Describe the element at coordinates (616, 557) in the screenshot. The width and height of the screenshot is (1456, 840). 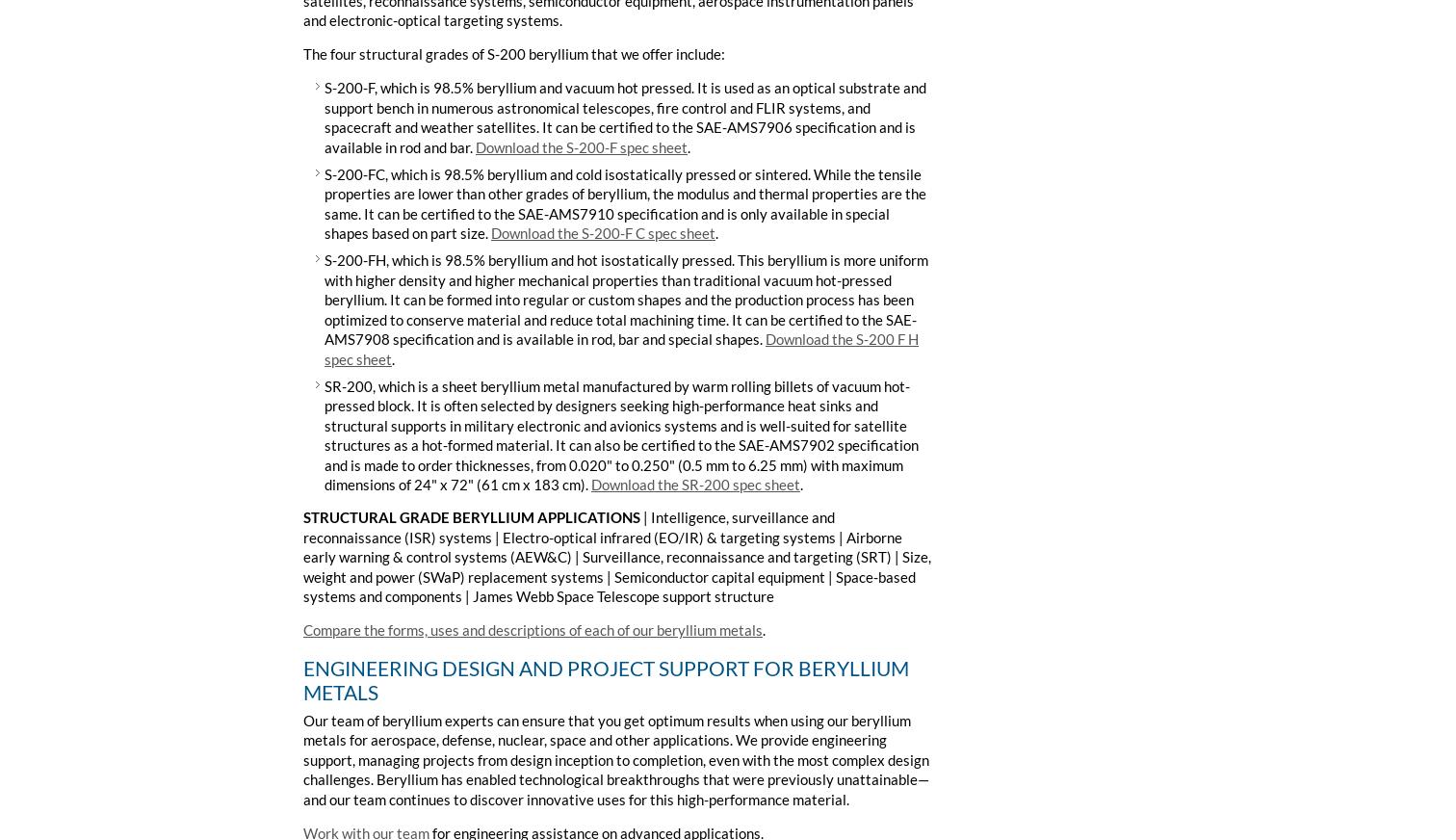
I see `'| Intelligence, surveillance and reconnaissance (ISR) systems | Electro-optical infrared (EO/IR) & targeting systems | Airborne early warning & control systems (AEW&C) | Surveillance, reconnaissance and targeting (SRT) | Size, weight and power (SWaP) replacement systems | Semiconductor capital equipment | Space-based systems and components | James Webb Space Telescope support structure'` at that location.